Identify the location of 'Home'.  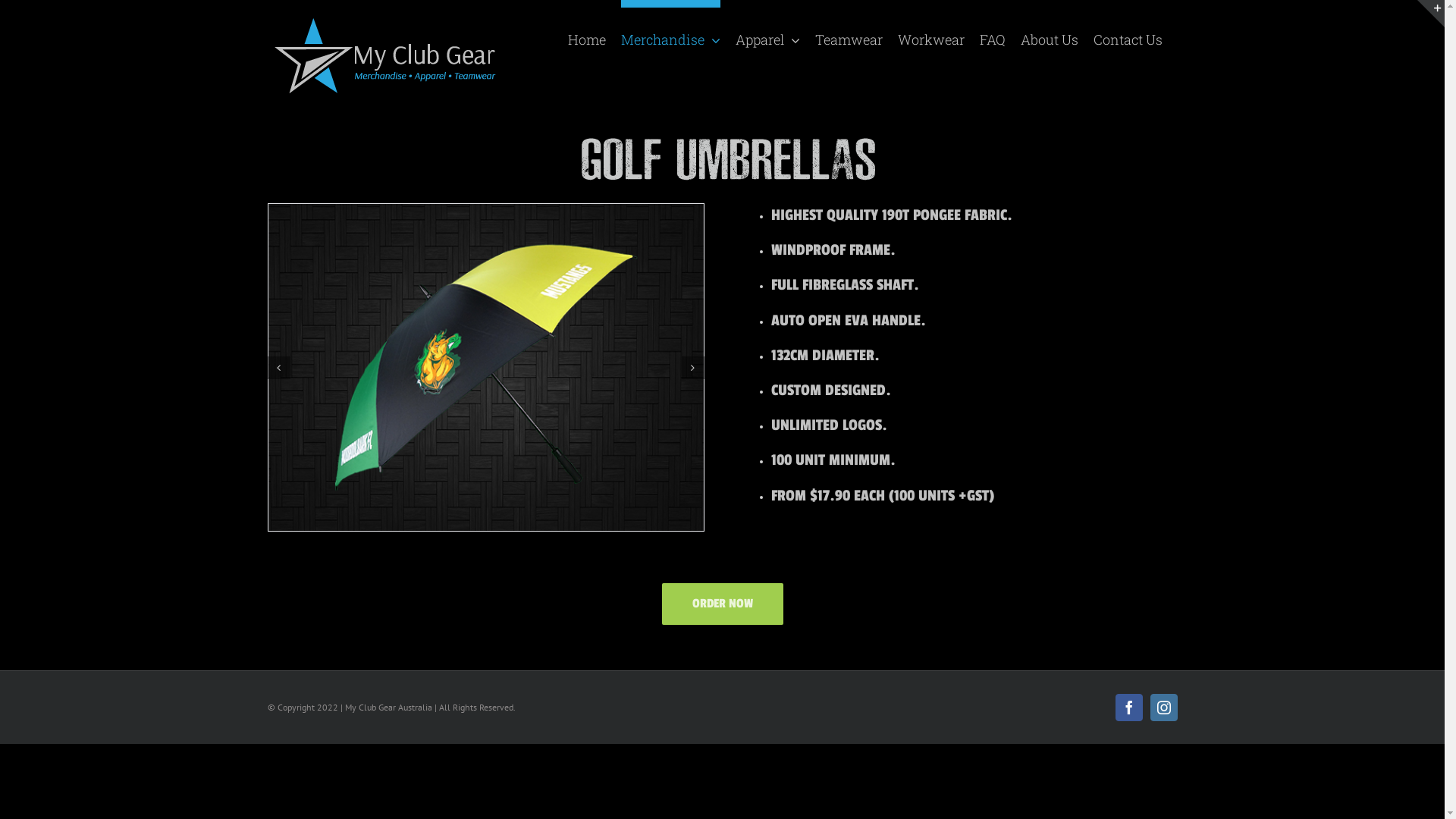
(585, 34).